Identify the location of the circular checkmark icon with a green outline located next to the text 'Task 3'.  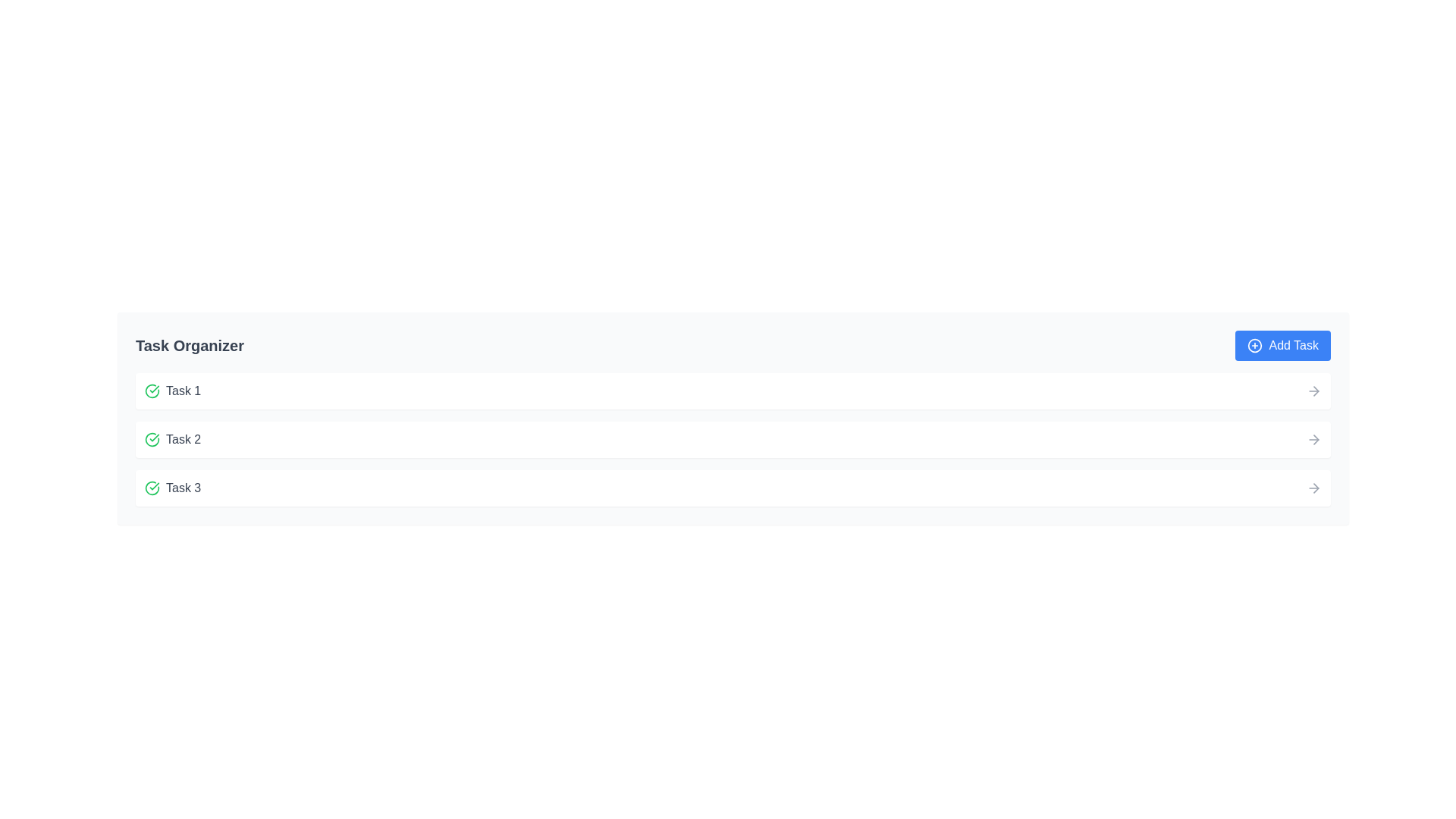
(152, 488).